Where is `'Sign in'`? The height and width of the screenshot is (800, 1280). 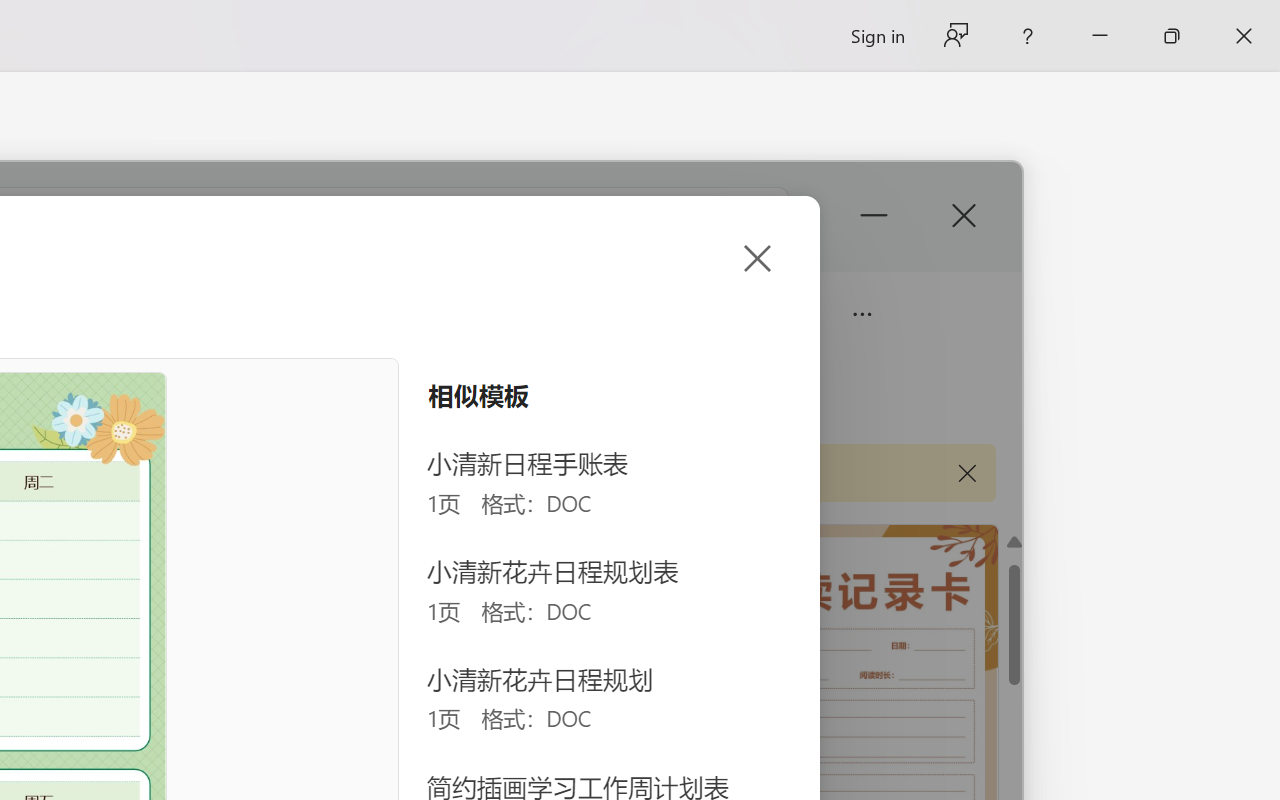
'Sign in' is located at coordinates (876, 34).